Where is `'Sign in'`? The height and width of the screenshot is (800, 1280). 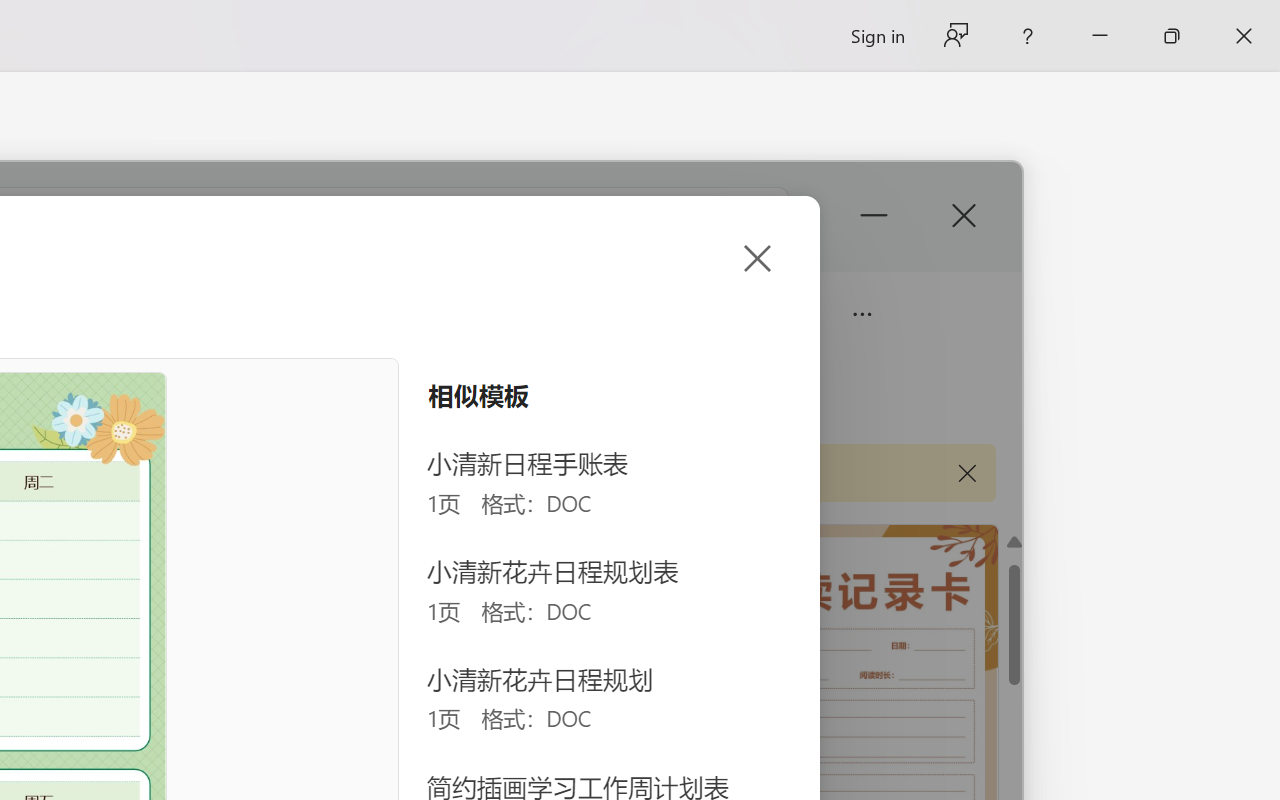
'Sign in' is located at coordinates (876, 34).